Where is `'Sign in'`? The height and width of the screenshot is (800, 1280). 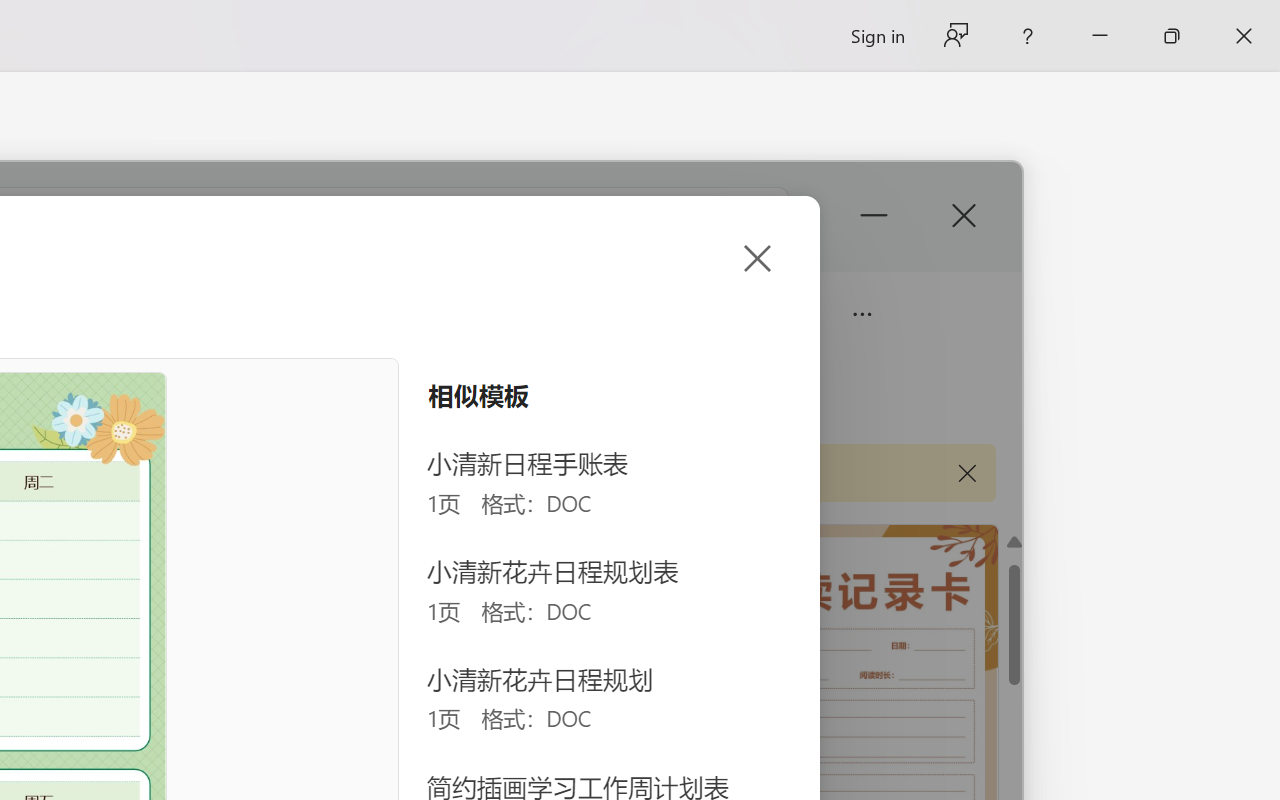
'Sign in' is located at coordinates (876, 34).